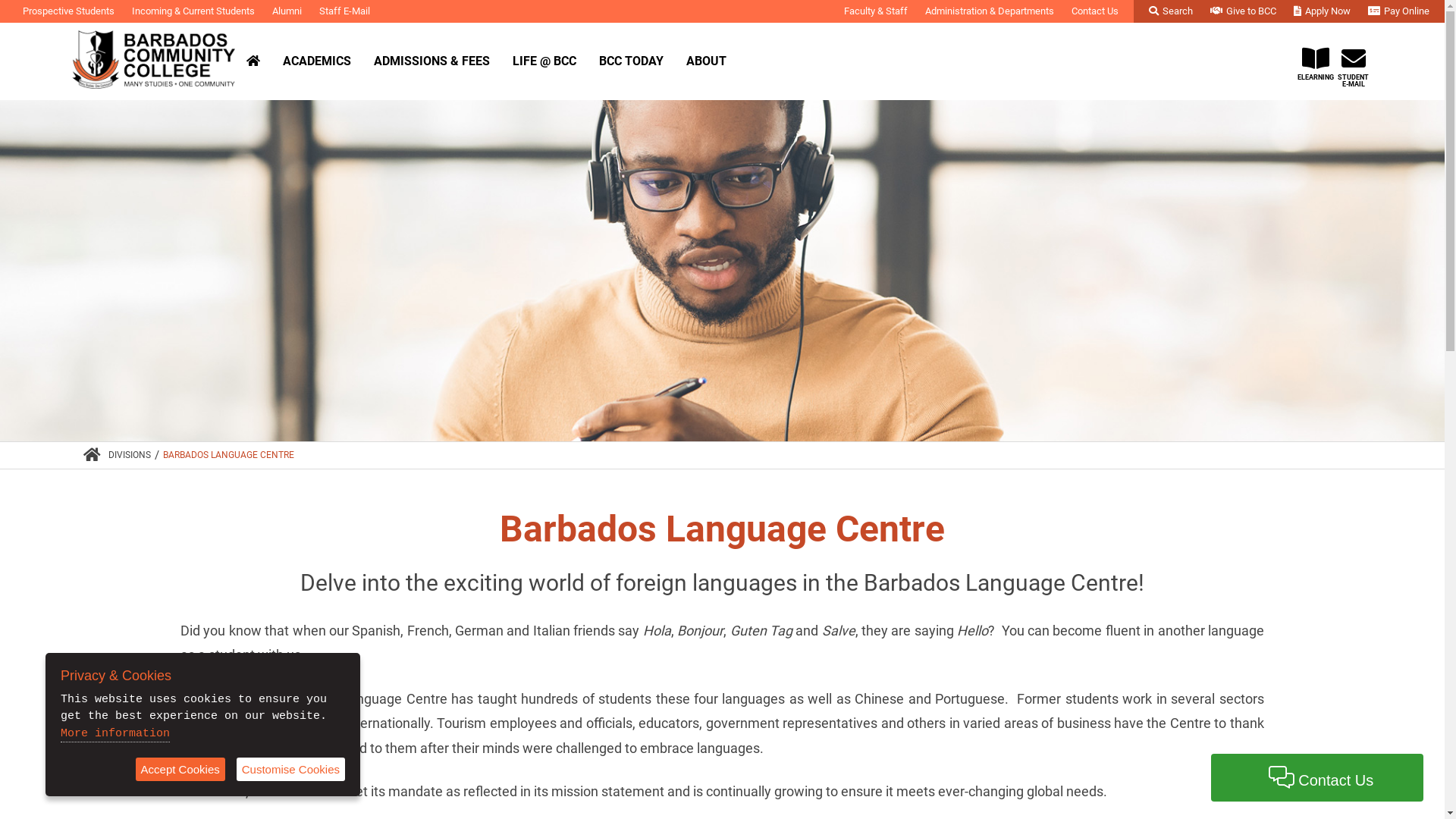 The width and height of the screenshot is (1456, 819). Describe the element at coordinates (1314, 55) in the screenshot. I see `'ELEARNING'` at that location.